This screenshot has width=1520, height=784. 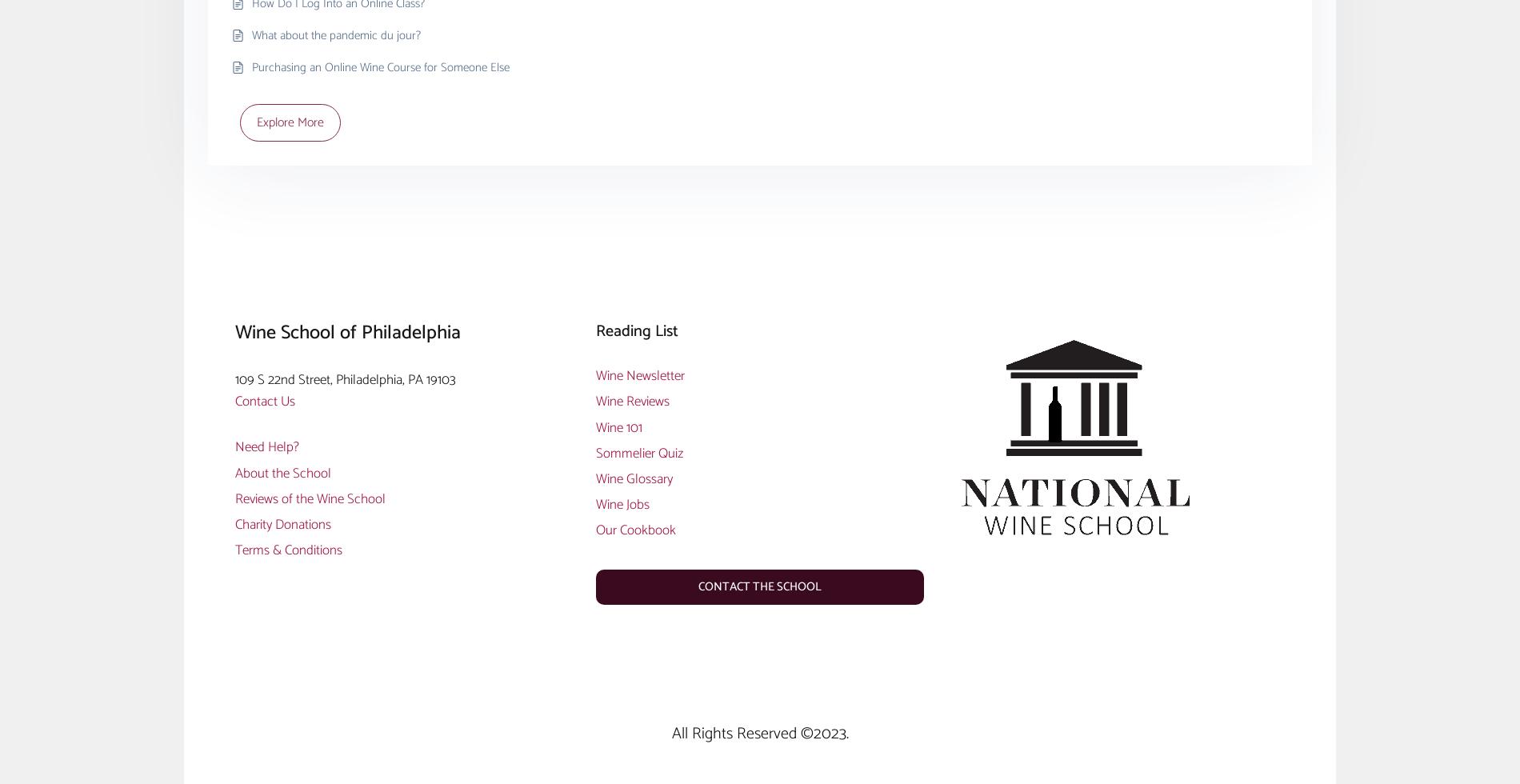 I want to click on 'Wine Glossary', so click(x=632, y=478).